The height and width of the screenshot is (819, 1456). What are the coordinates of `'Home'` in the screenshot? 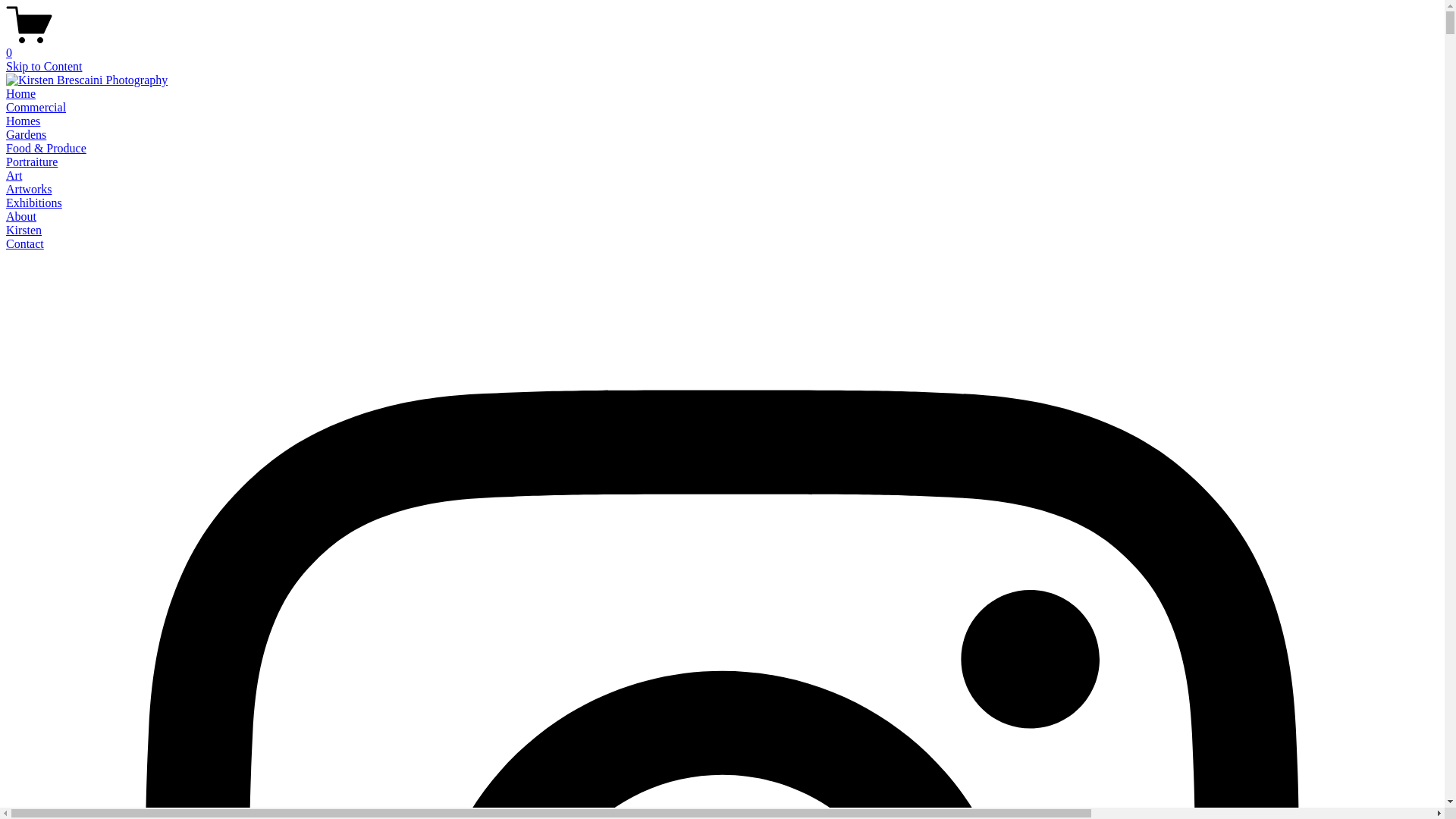 It's located at (20, 93).